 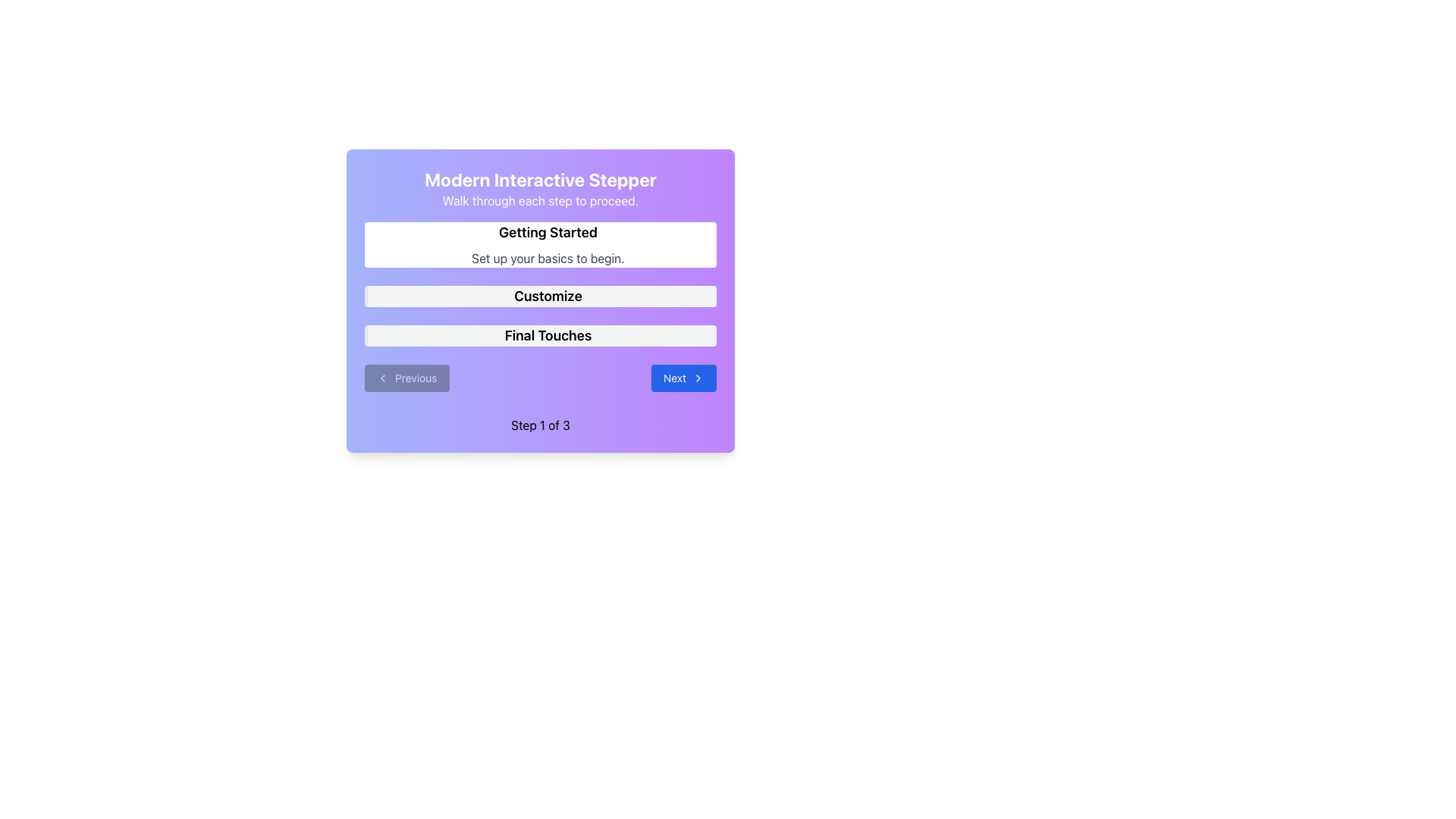 What do you see at coordinates (548, 257) in the screenshot?
I see `the Text Label that contains the text 'Set up your basics to begin.' positioned below the 'Getting Started' header` at bounding box center [548, 257].